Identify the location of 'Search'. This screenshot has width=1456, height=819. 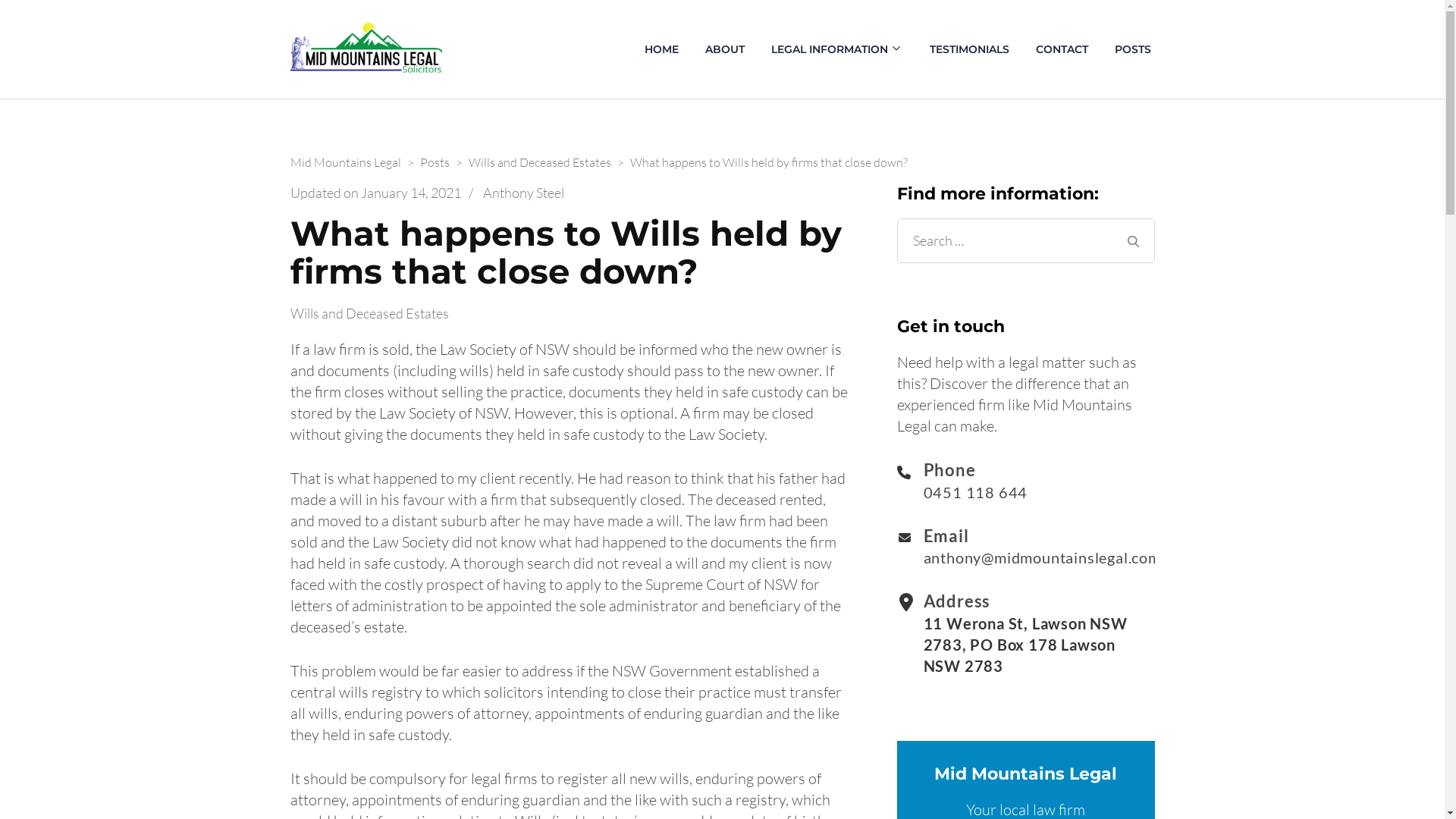
(1132, 240).